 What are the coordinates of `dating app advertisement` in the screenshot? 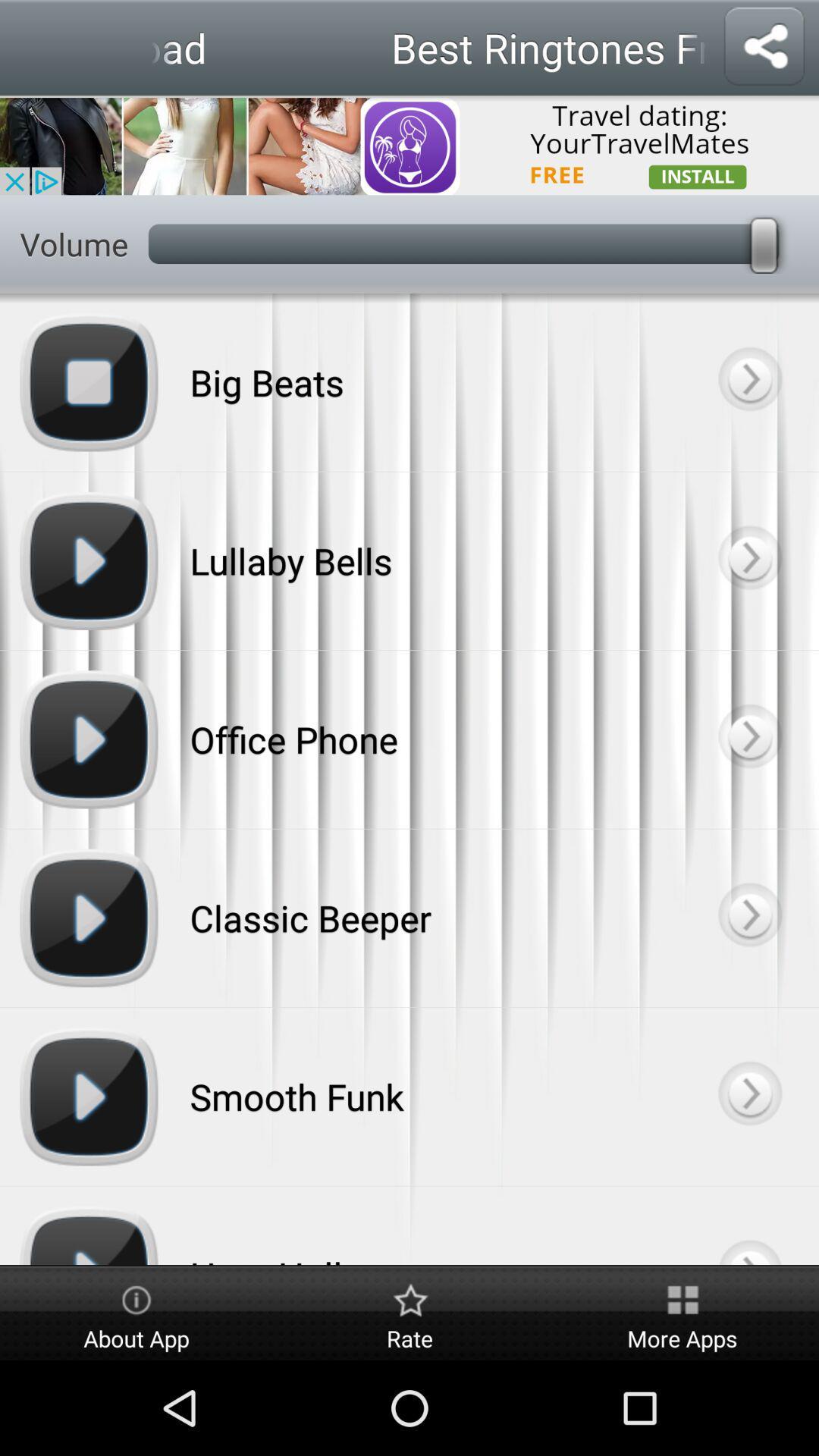 It's located at (409, 145).